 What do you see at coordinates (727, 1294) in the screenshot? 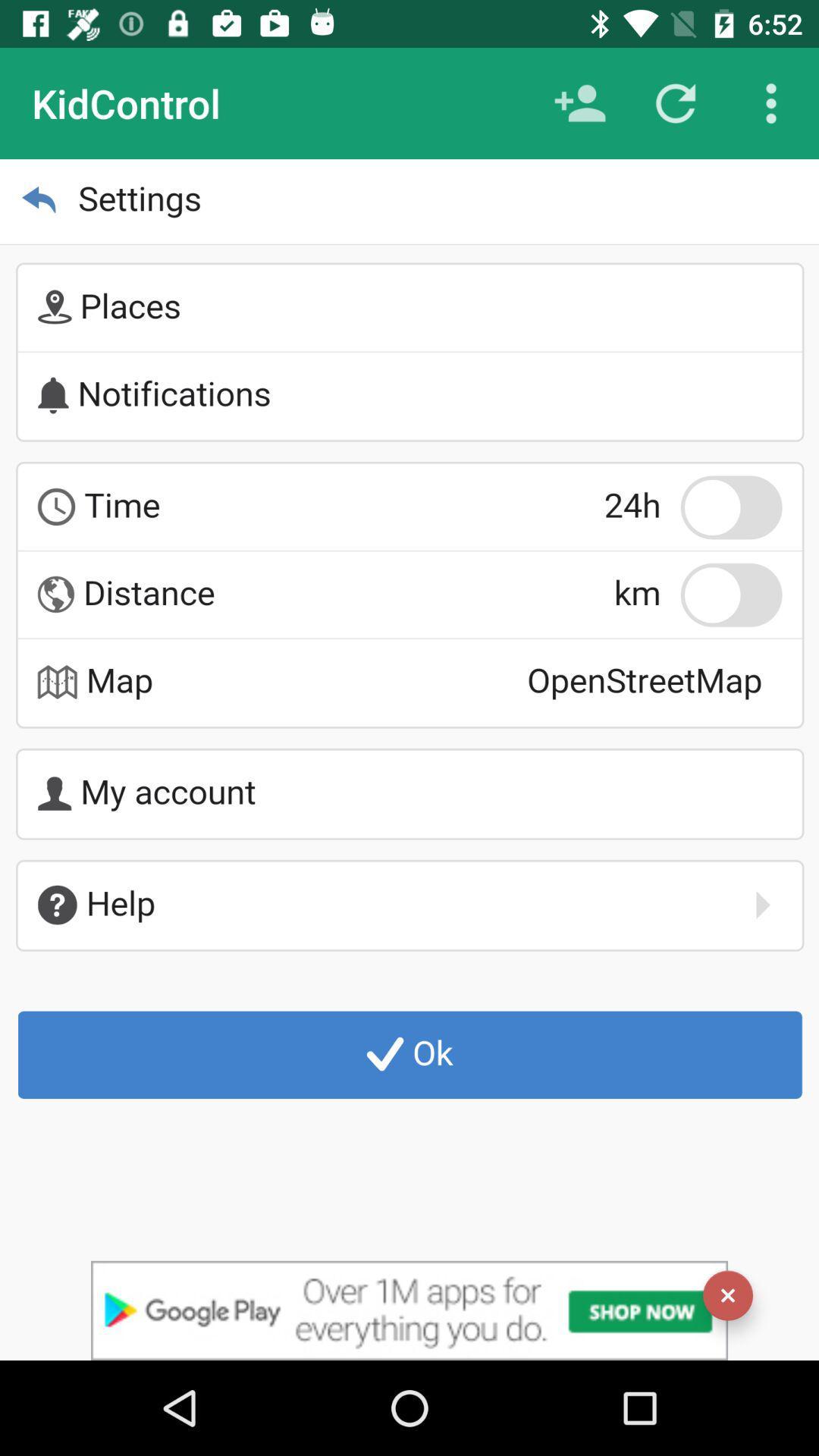
I see `the close icon` at bounding box center [727, 1294].